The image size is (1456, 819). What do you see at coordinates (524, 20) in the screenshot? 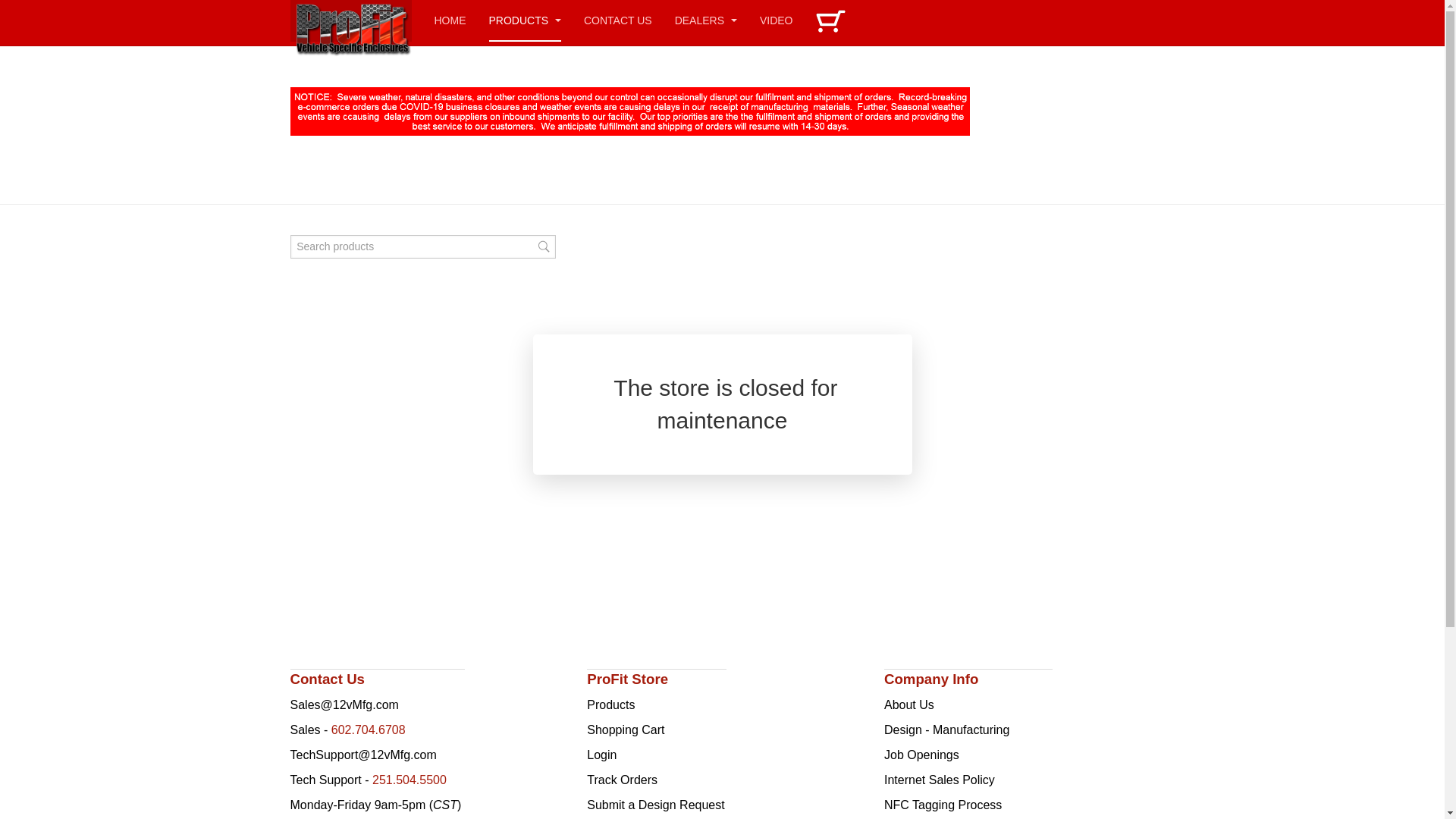
I see `'PRODUCTS'` at bounding box center [524, 20].